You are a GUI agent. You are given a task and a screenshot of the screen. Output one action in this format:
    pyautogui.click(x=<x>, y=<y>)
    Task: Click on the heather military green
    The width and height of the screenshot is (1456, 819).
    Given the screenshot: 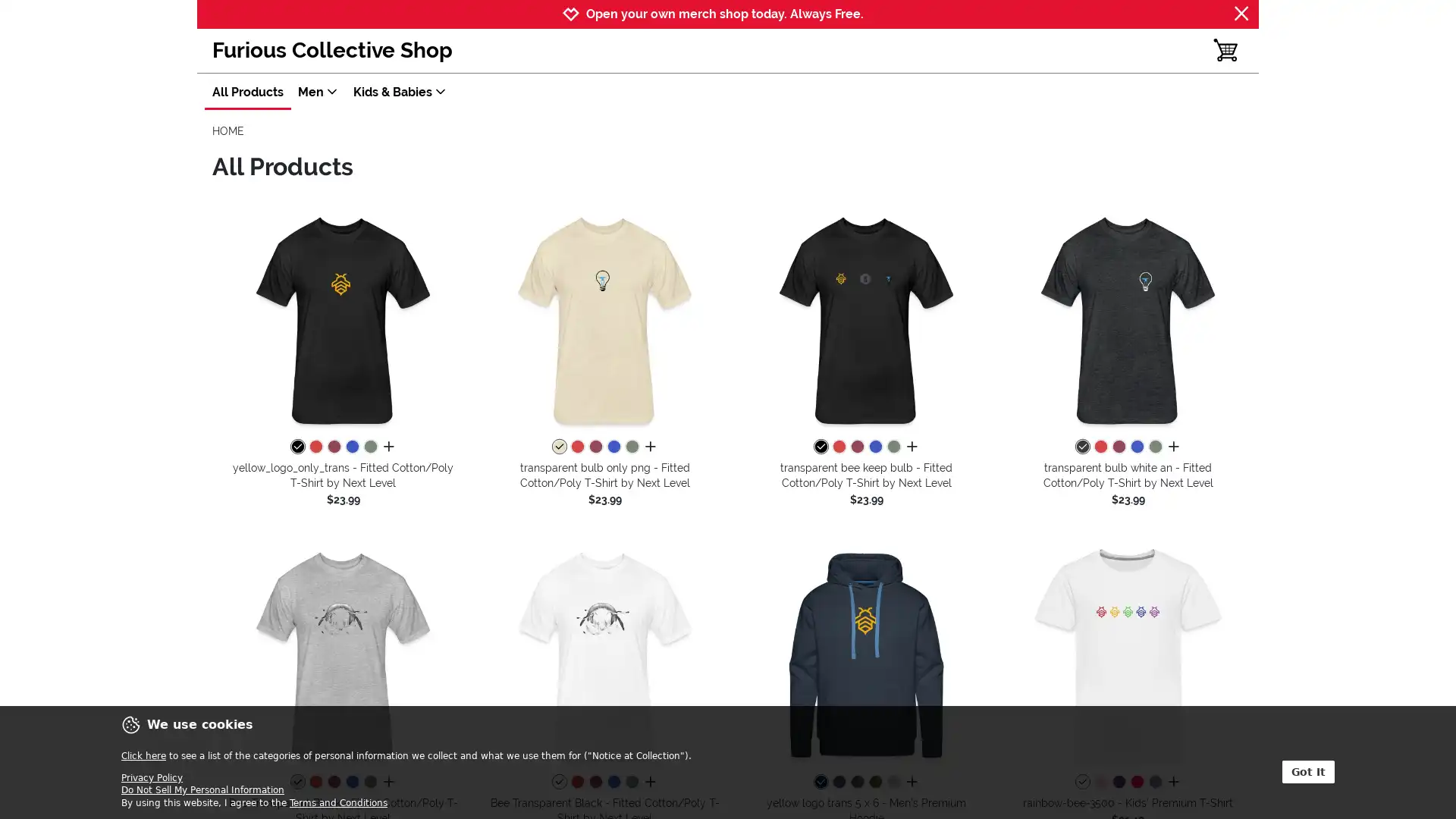 What is the action you would take?
    pyautogui.click(x=632, y=783)
    